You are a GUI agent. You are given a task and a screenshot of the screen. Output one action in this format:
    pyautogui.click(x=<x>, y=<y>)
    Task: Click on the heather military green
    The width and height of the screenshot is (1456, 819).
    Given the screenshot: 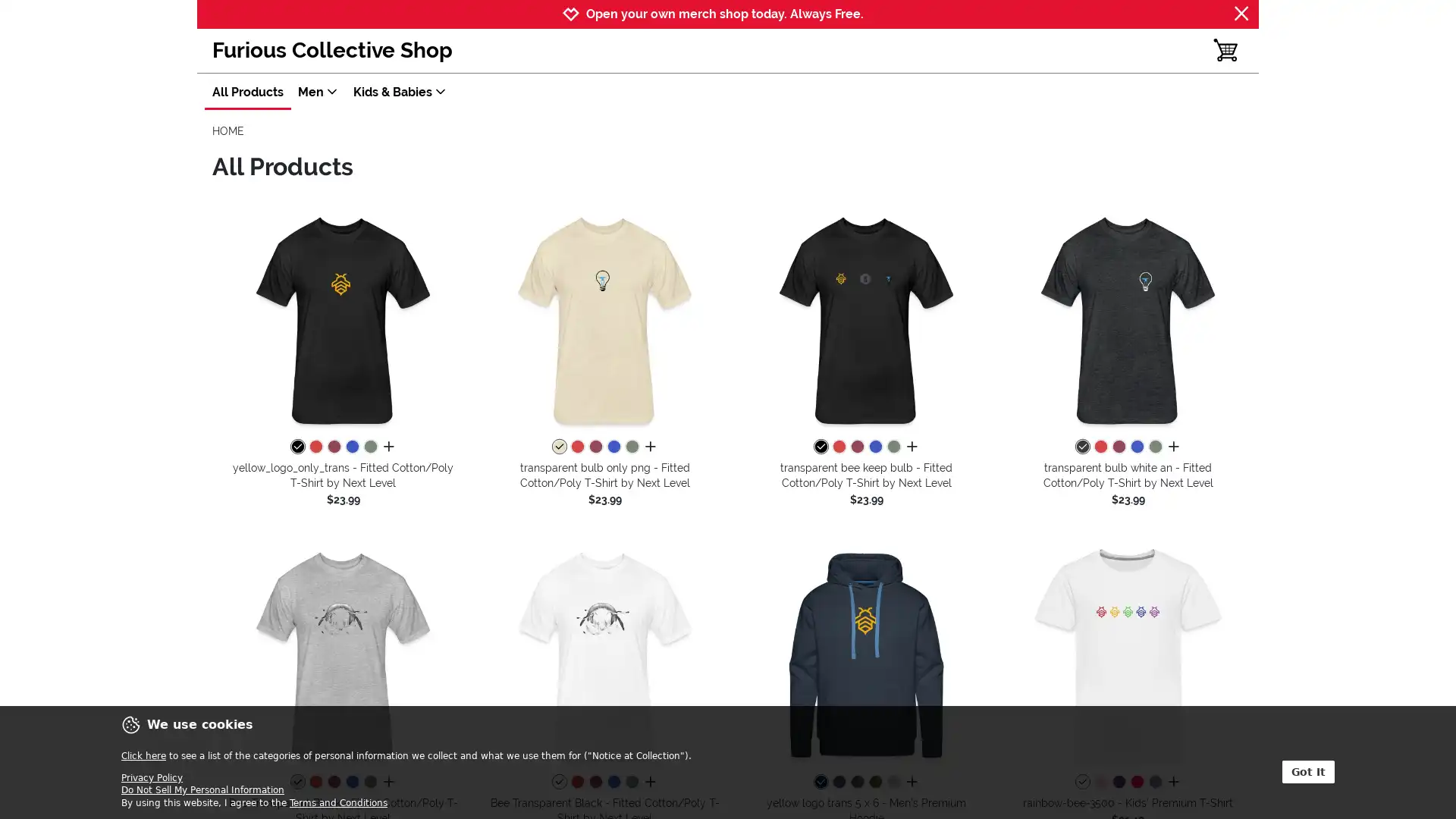 What is the action you would take?
    pyautogui.click(x=632, y=783)
    